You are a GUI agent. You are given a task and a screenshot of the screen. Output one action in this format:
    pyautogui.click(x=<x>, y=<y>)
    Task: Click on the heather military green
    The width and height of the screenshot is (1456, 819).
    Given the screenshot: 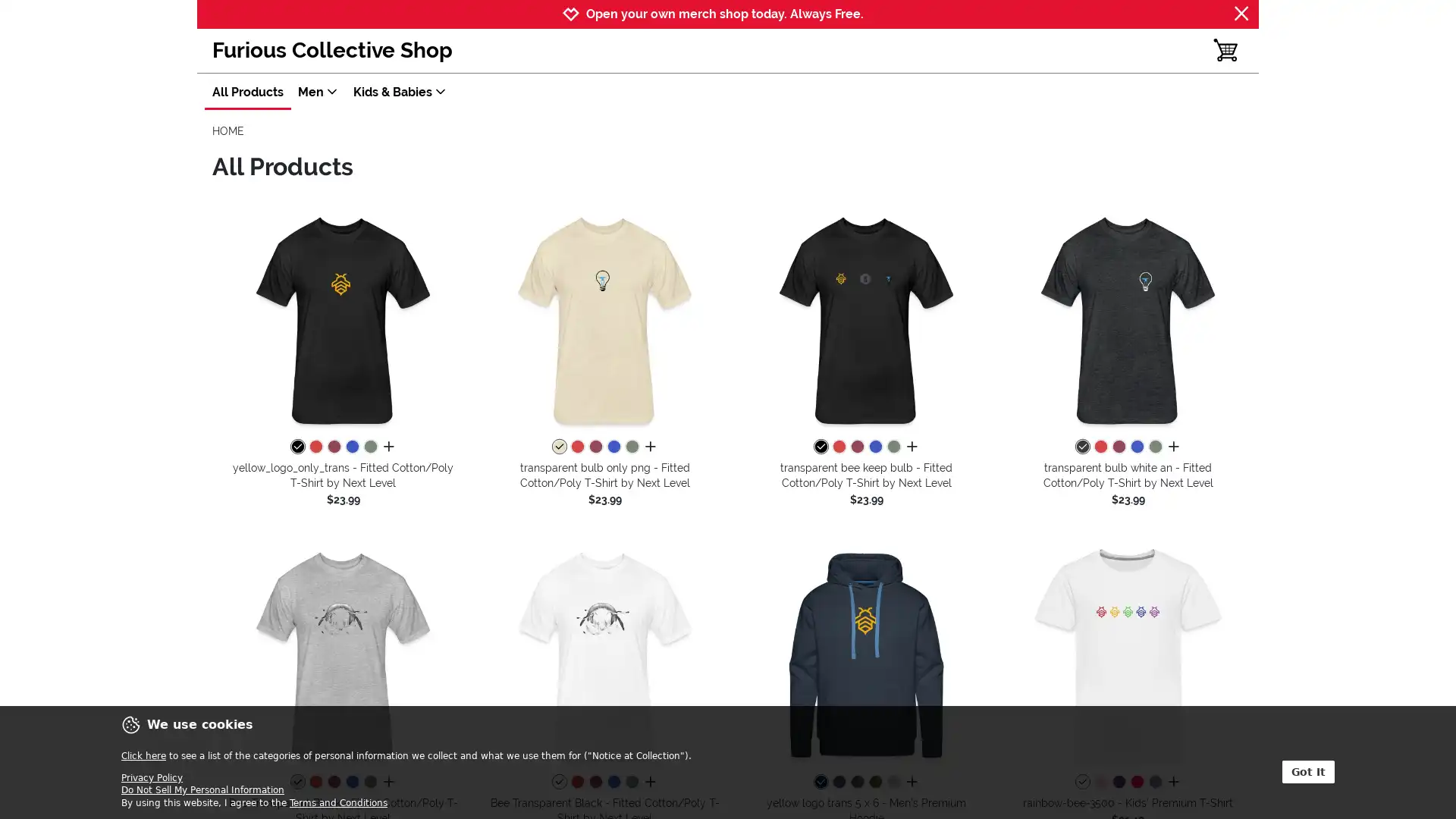 What is the action you would take?
    pyautogui.click(x=632, y=783)
    